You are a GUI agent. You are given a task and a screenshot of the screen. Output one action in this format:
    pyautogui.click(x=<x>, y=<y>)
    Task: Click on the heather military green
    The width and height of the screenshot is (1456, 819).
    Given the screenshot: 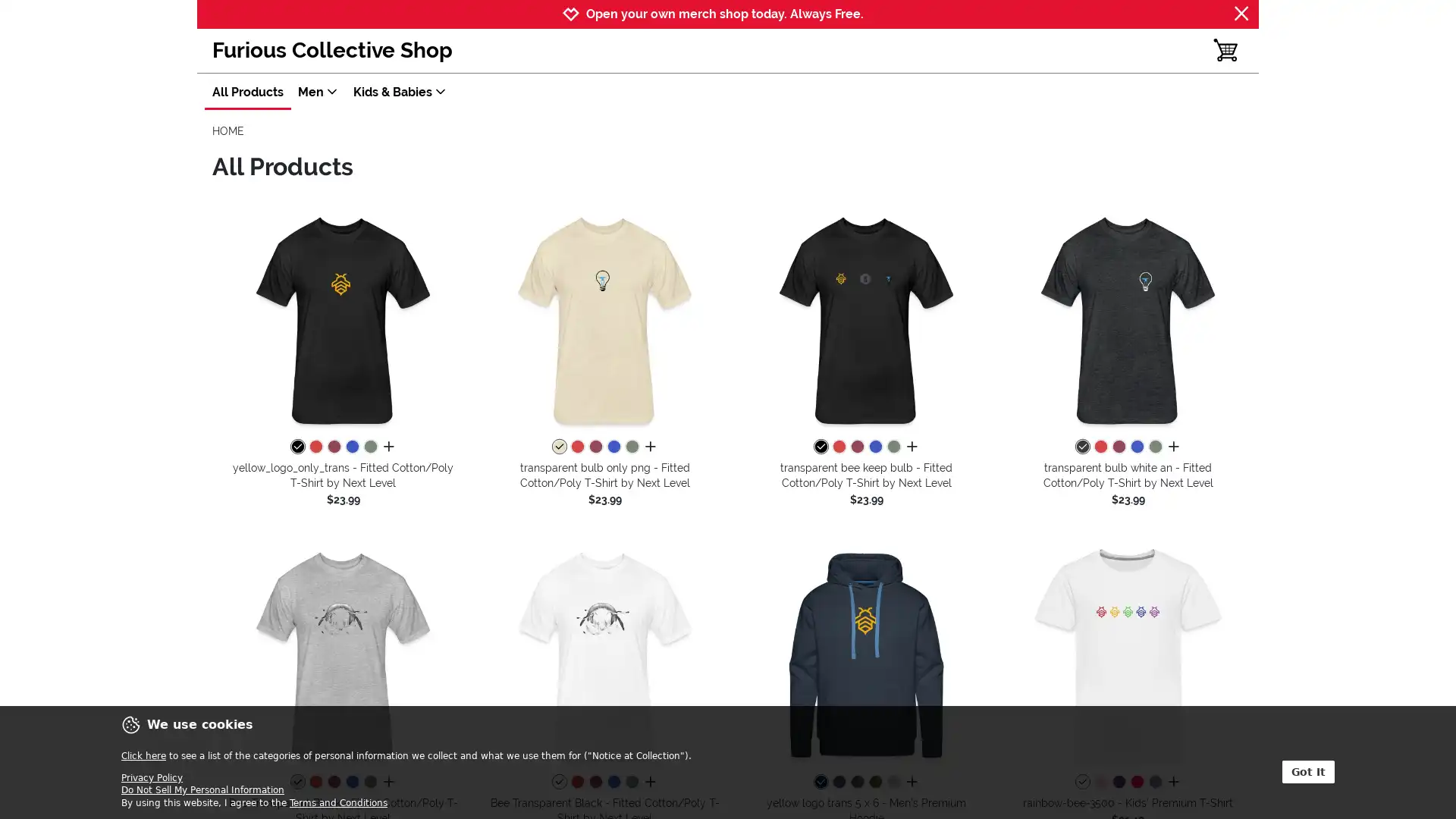 What is the action you would take?
    pyautogui.click(x=632, y=783)
    